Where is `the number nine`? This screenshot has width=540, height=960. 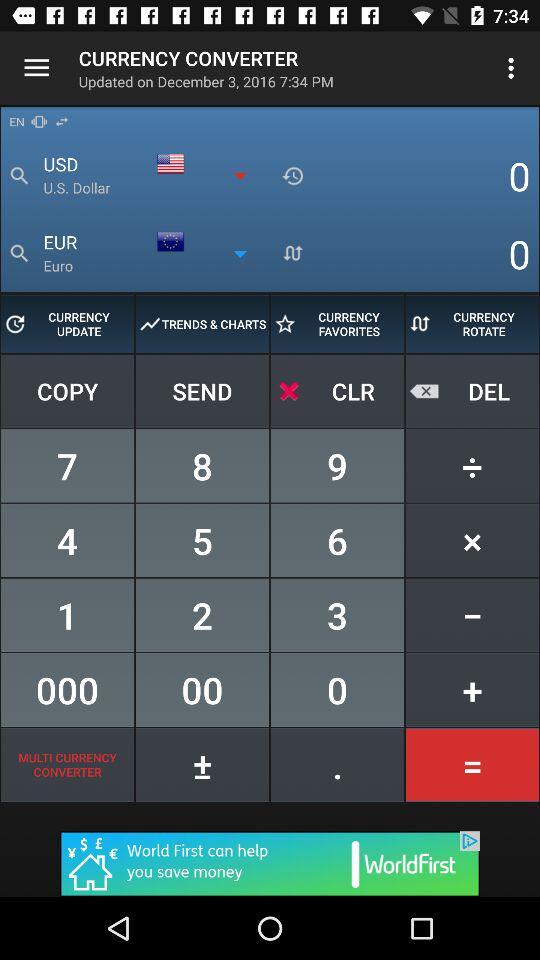
the number nine is located at coordinates (337, 465).